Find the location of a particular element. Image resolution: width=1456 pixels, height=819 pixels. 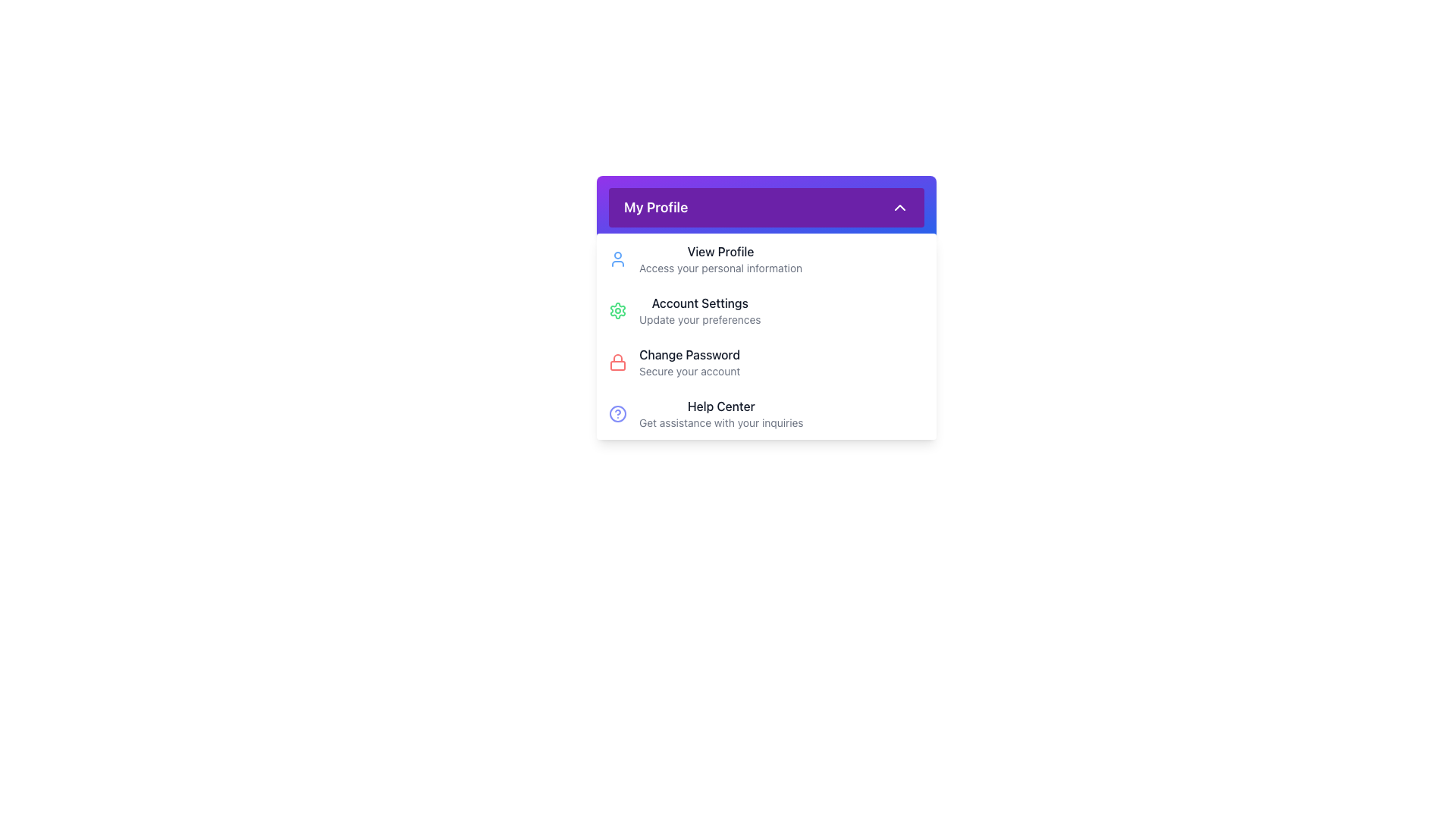

an option in the profile management dropdown menu located below the 'My Profile' section is located at coordinates (767, 335).